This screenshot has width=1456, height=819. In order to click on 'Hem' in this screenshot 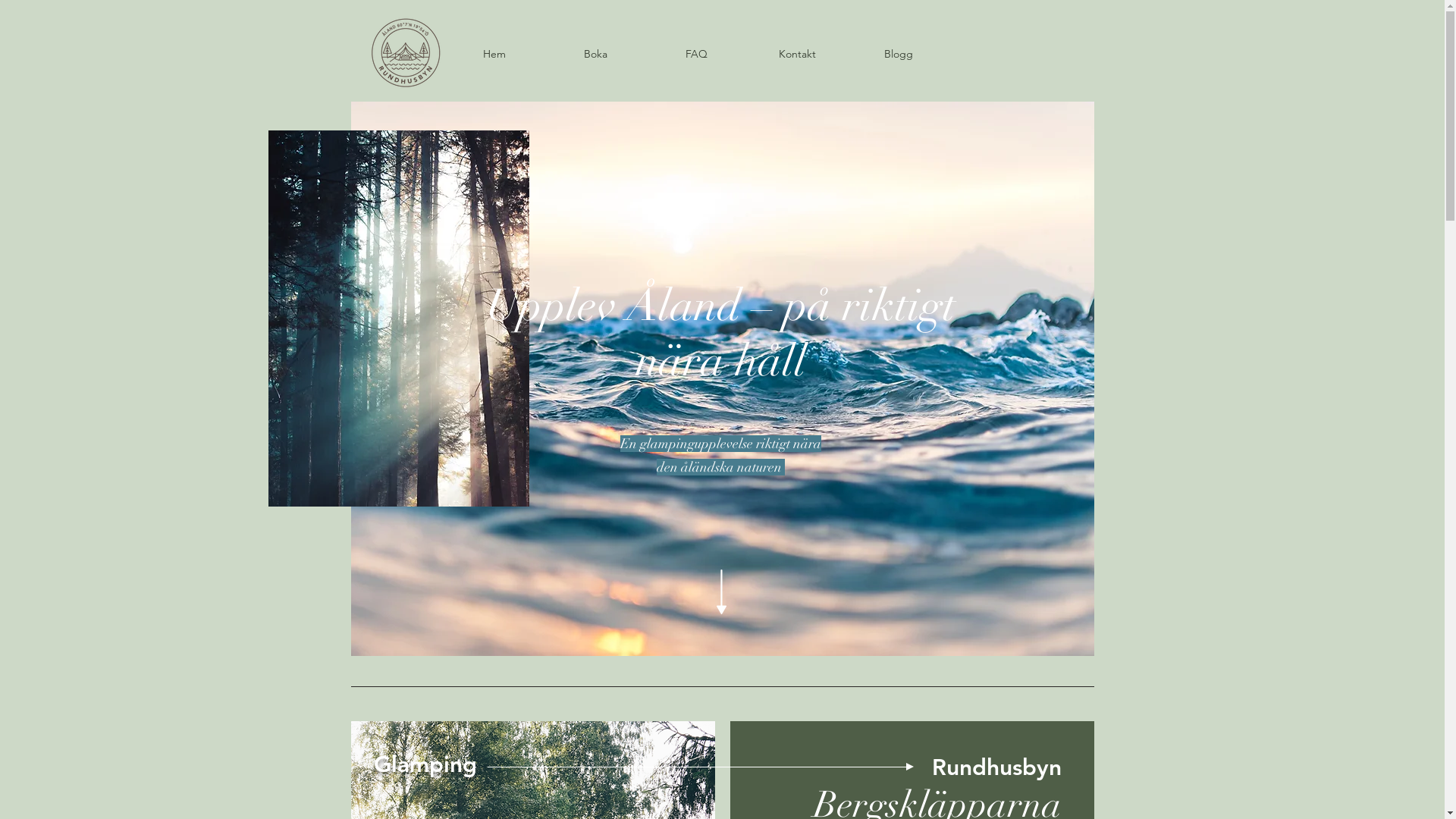, I will do `click(494, 52)`.